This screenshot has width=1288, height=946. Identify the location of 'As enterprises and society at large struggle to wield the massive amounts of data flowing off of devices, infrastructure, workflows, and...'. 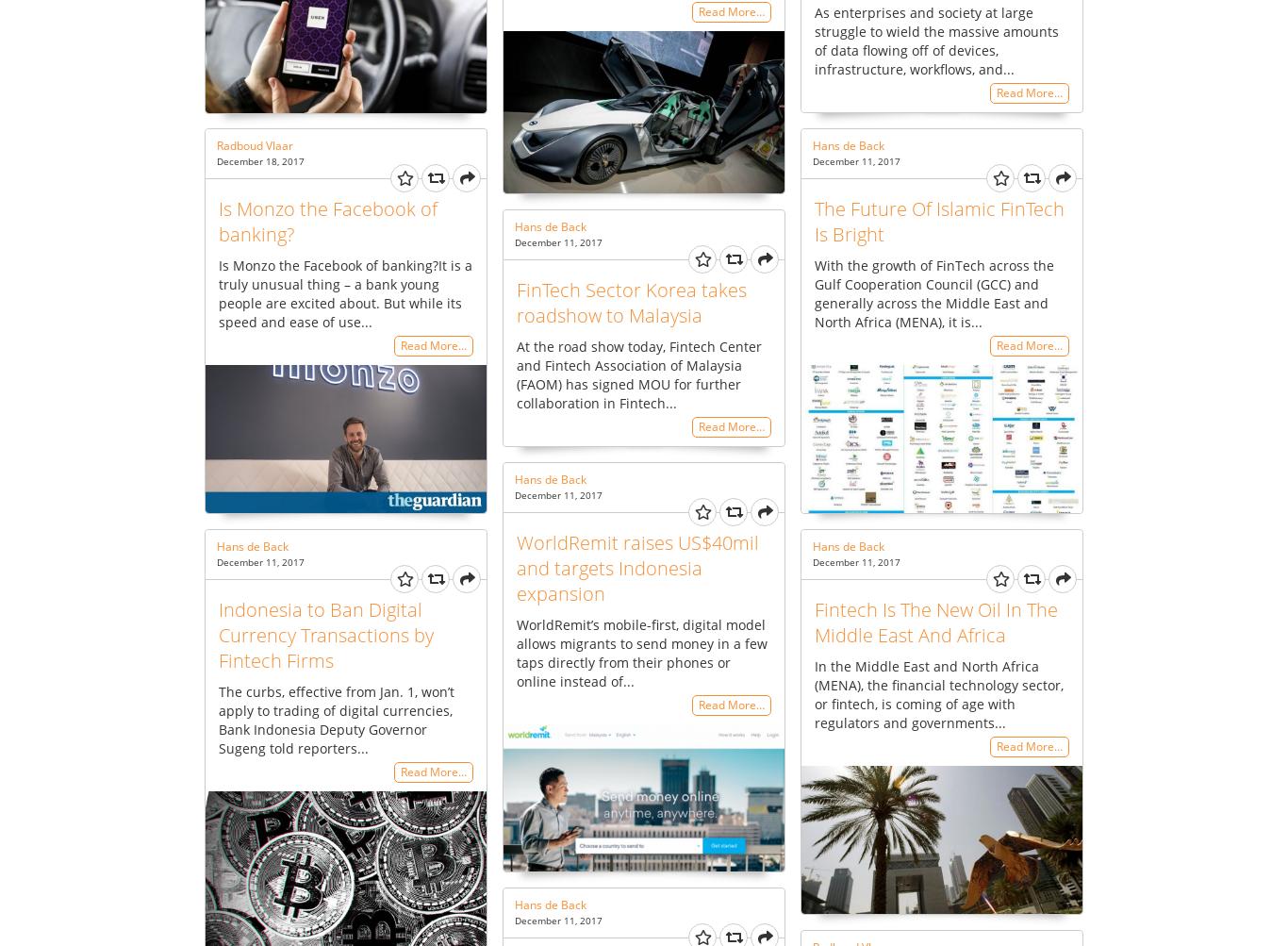
(813, 40).